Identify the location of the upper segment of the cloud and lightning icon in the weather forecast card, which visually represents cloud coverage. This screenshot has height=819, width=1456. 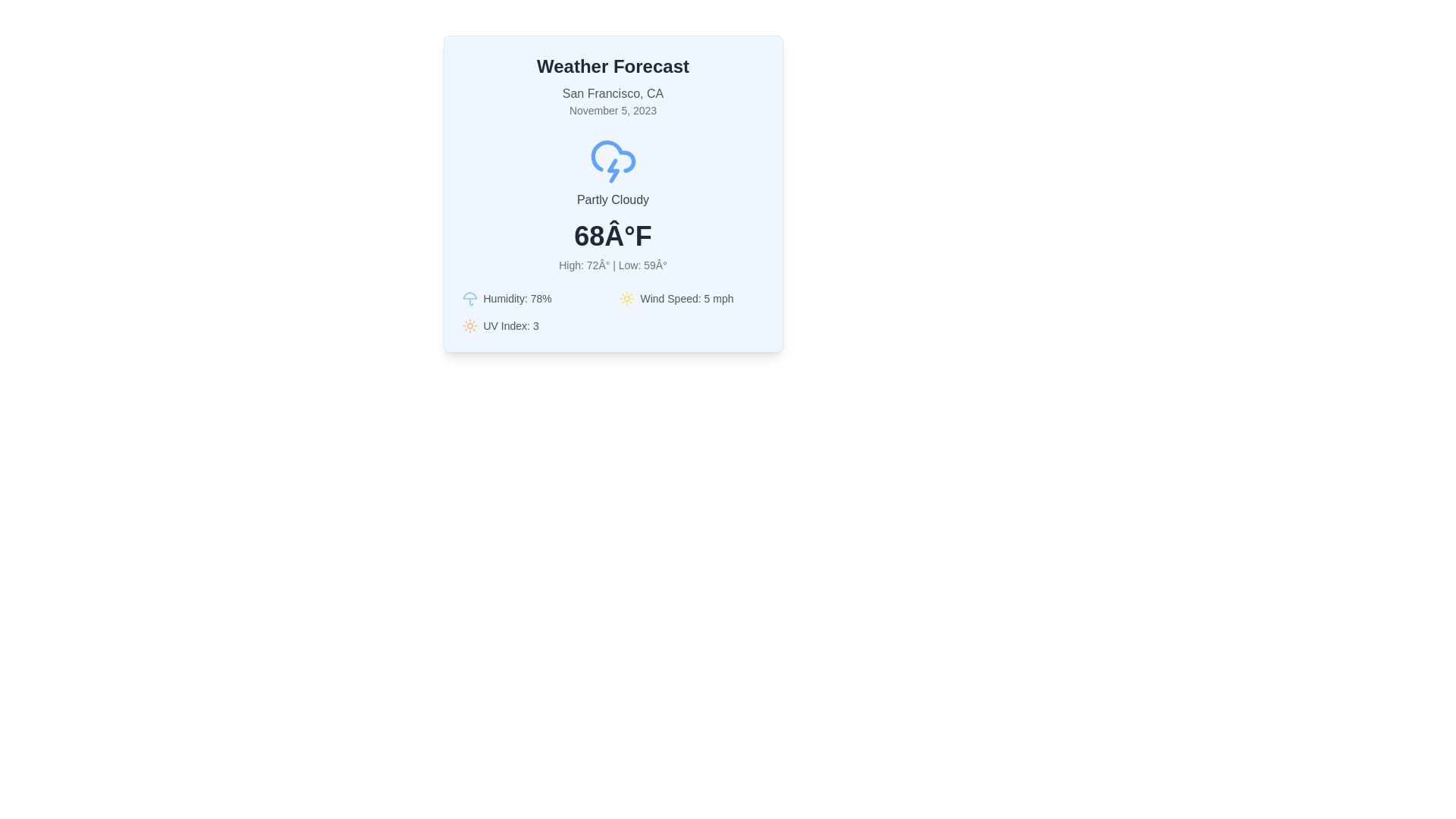
(613, 156).